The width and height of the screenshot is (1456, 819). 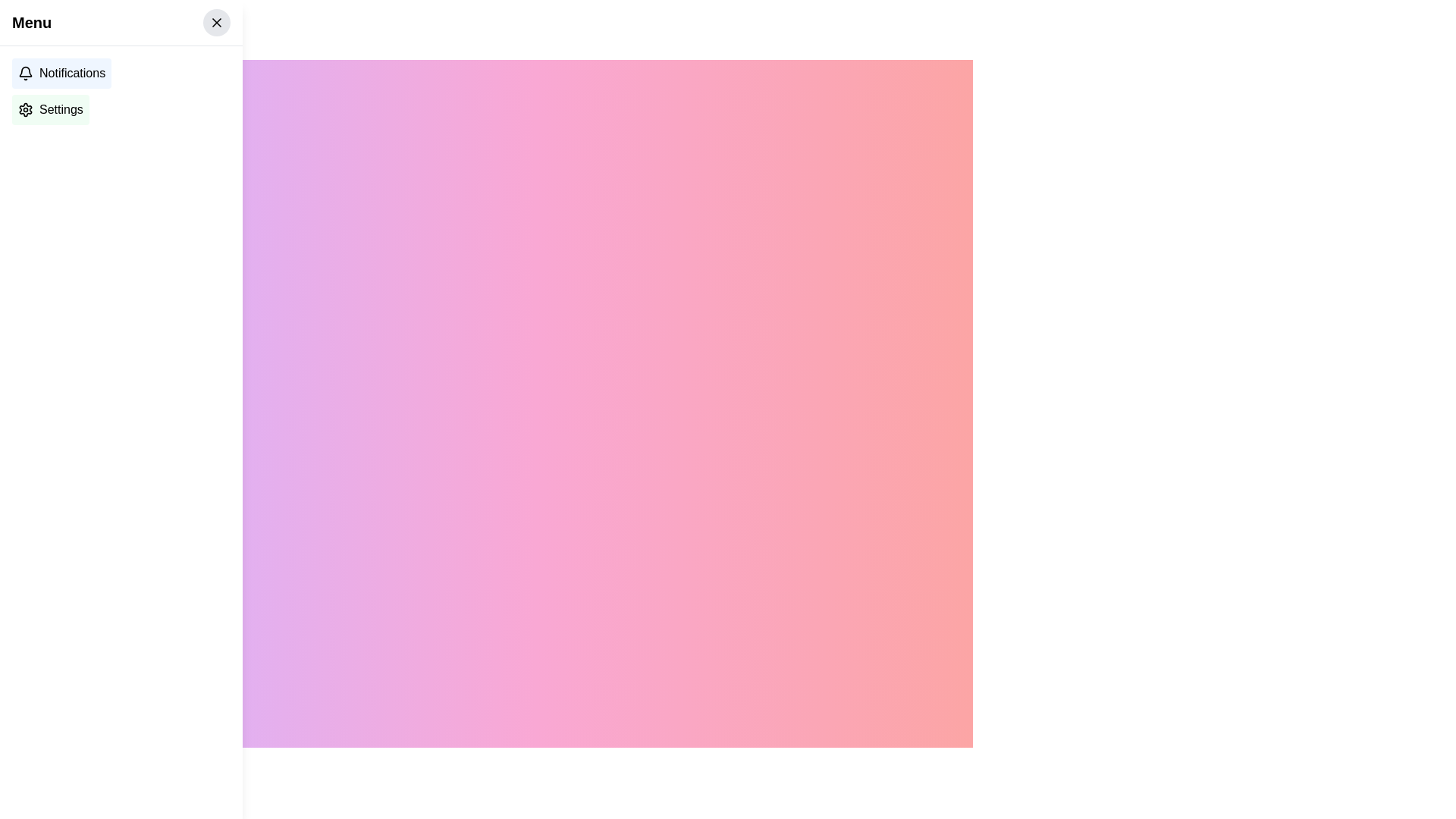 I want to click on the title text element that serves as the heading for the navigation menu, located in the top-left corner of the horizontal navigation bar, so click(x=32, y=23).